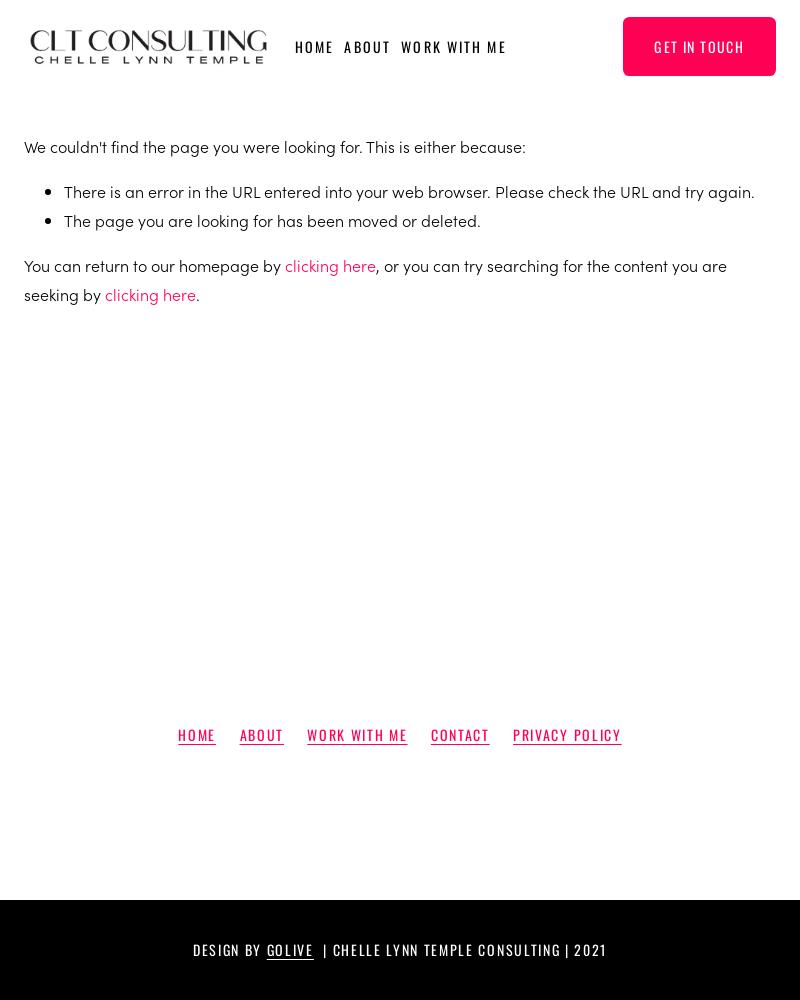 Image resolution: width=800 pixels, height=1000 pixels. Describe the element at coordinates (195, 293) in the screenshot. I see `'.'` at that location.